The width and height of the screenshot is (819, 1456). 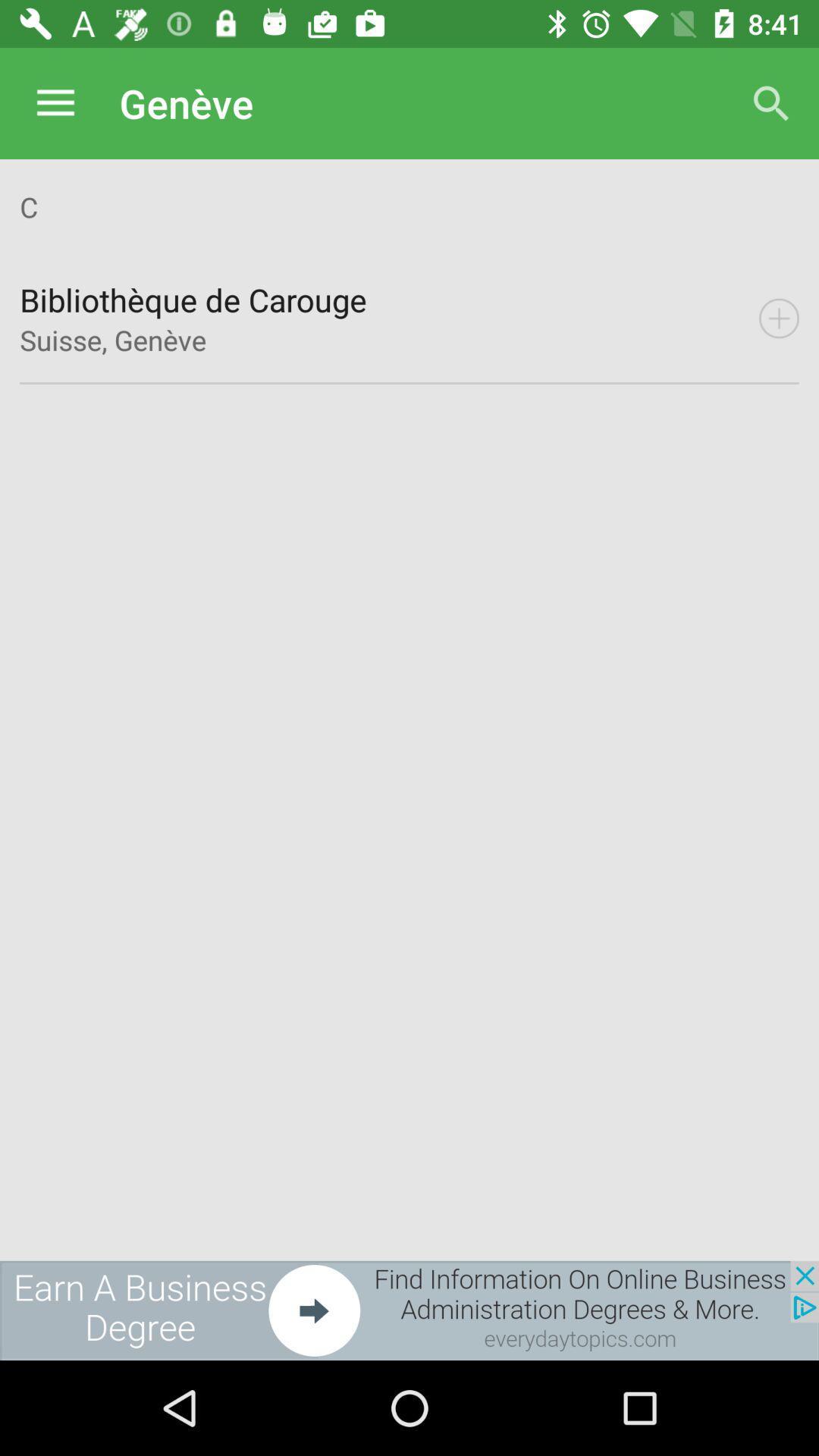 I want to click on information, so click(x=779, y=318).